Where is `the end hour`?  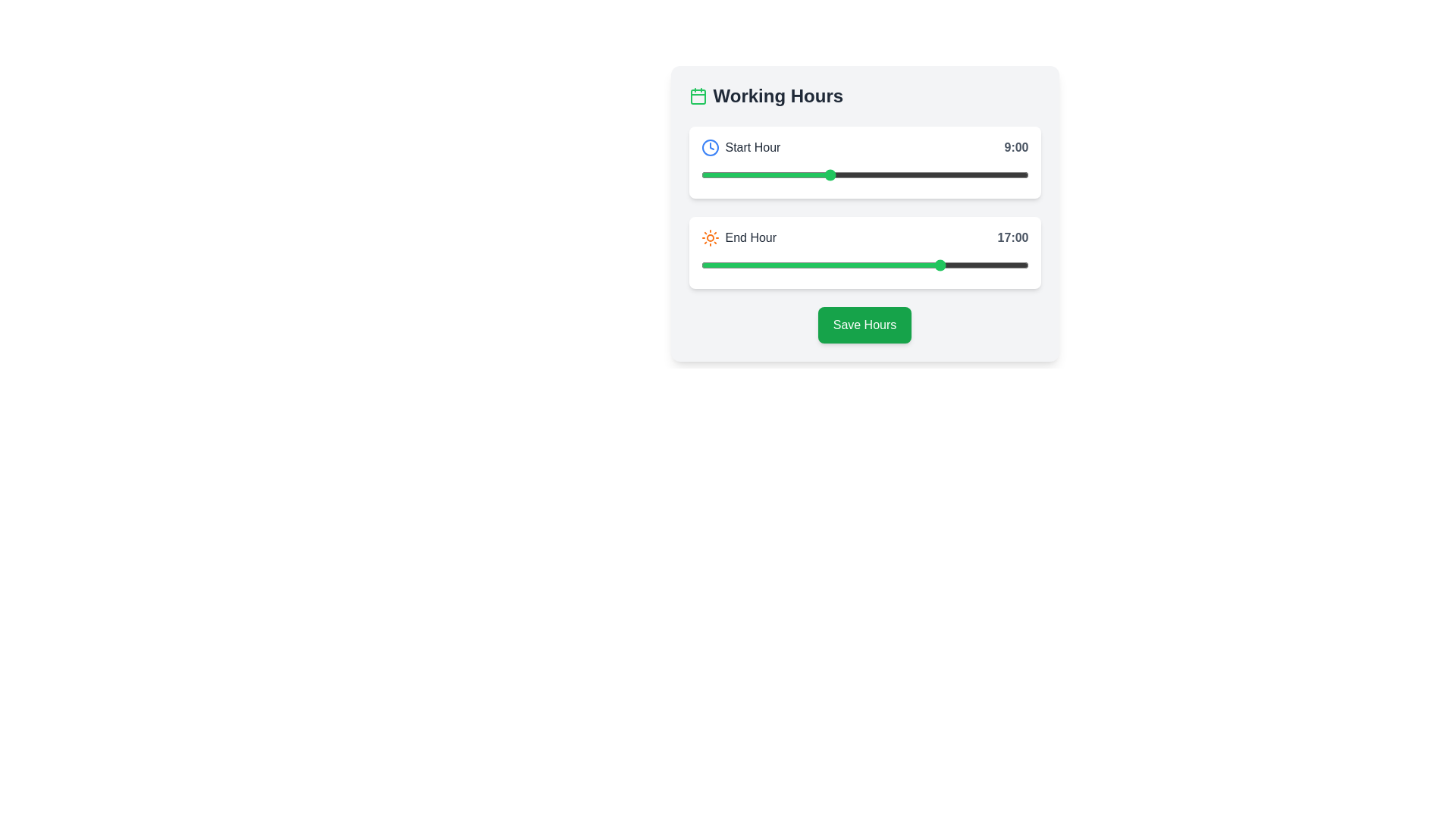 the end hour is located at coordinates (814, 265).